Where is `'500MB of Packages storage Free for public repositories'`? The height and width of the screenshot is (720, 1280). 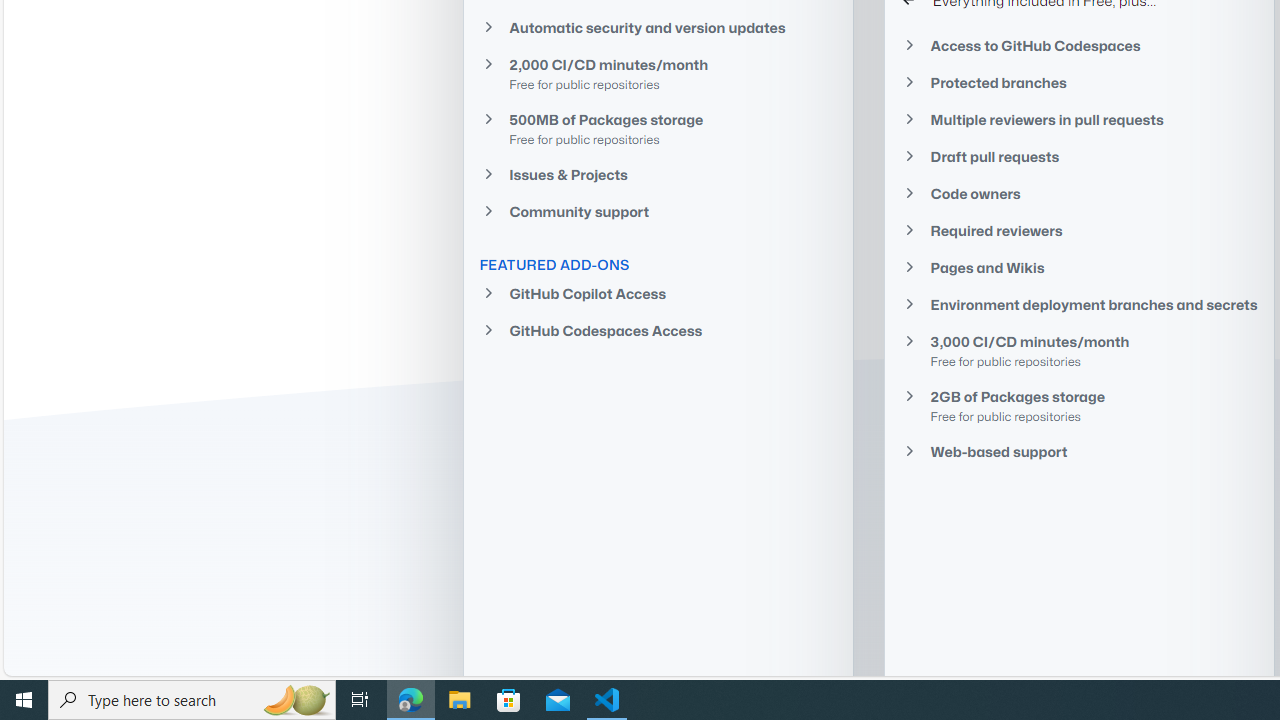 '500MB of Packages storage Free for public repositories' is located at coordinates (657, 128).